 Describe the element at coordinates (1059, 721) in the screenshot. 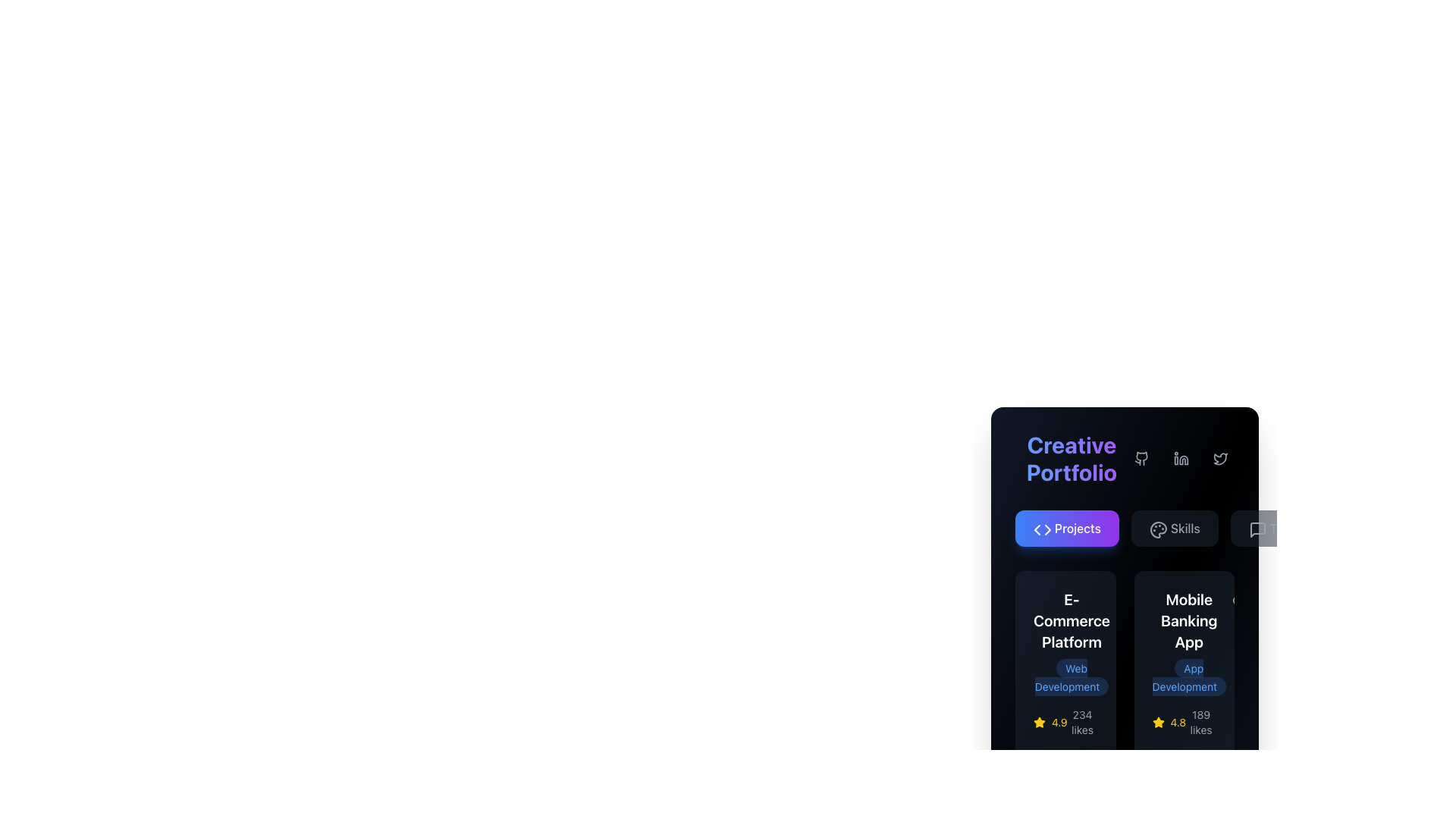

I see `displayed rating from the Text label showing '4.9' in bold yellow font, located at the bottom of the left card under the title 'E-Commerce Platform'` at that location.